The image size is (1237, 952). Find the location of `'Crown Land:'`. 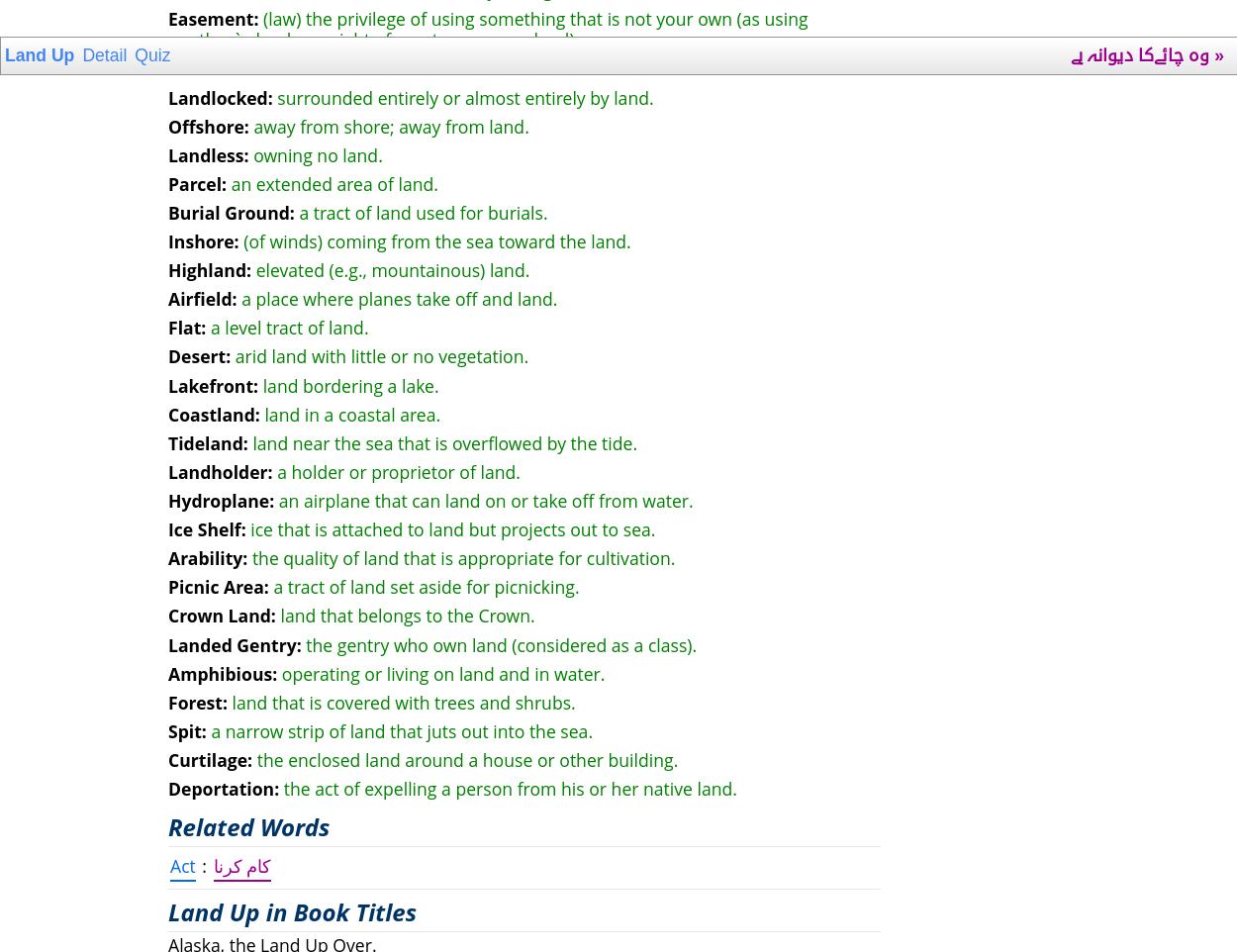

'Crown Land:' is located at coordinates (221, 615).